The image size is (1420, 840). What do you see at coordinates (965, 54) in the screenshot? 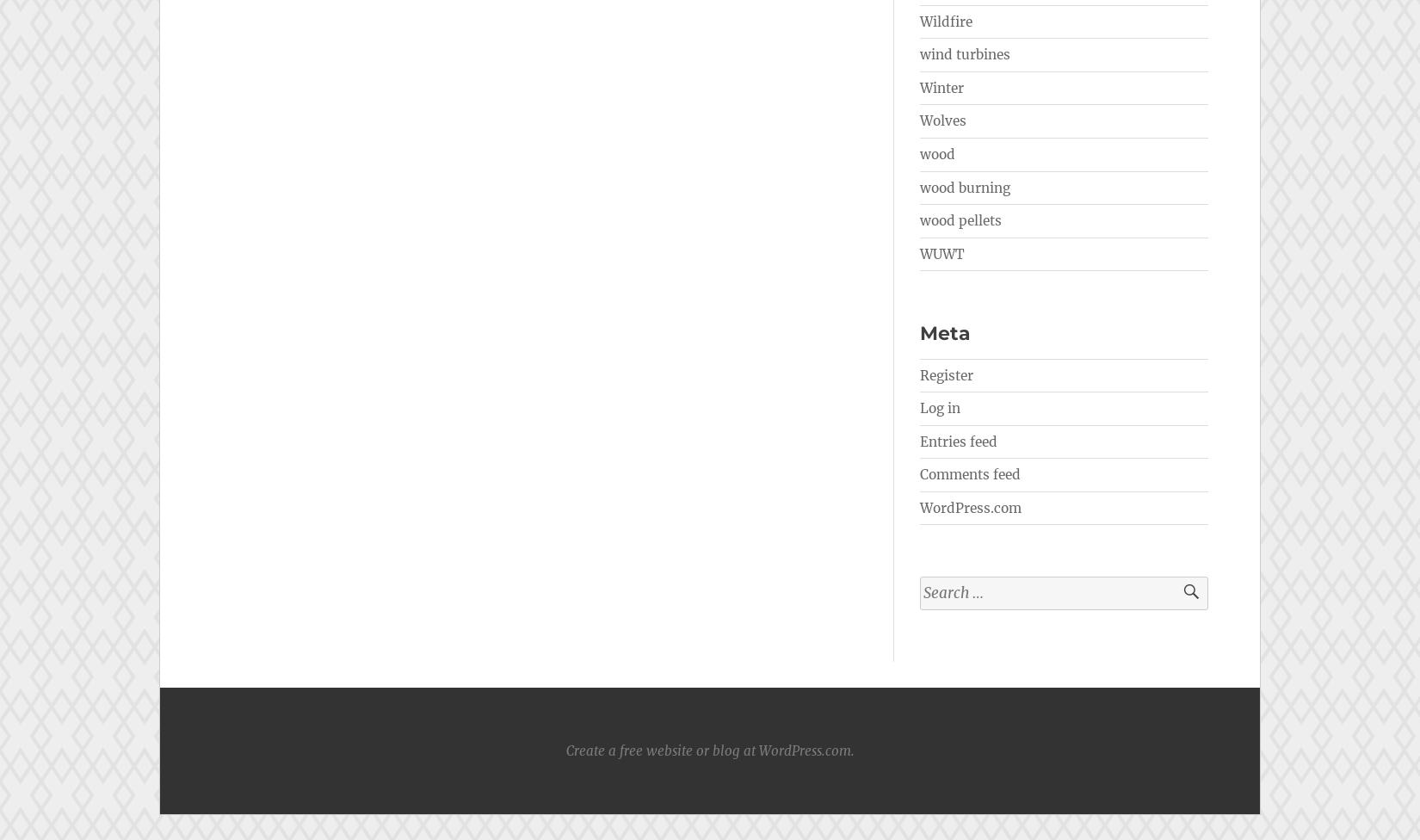
I see `'wind turbines'` at bounding box center [965, 54].